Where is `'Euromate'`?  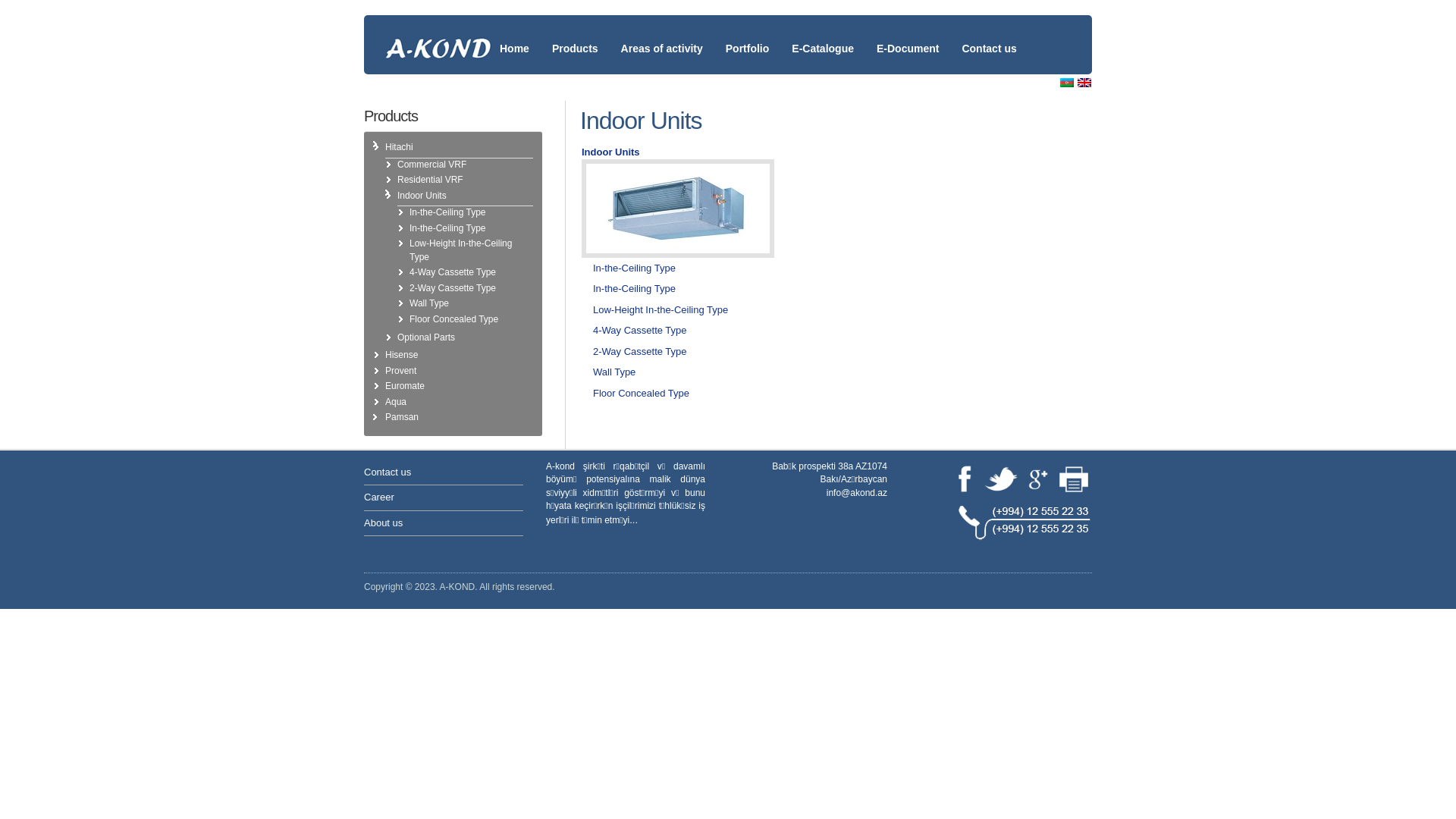
'Euromate' is located at coordinates (404, 385).